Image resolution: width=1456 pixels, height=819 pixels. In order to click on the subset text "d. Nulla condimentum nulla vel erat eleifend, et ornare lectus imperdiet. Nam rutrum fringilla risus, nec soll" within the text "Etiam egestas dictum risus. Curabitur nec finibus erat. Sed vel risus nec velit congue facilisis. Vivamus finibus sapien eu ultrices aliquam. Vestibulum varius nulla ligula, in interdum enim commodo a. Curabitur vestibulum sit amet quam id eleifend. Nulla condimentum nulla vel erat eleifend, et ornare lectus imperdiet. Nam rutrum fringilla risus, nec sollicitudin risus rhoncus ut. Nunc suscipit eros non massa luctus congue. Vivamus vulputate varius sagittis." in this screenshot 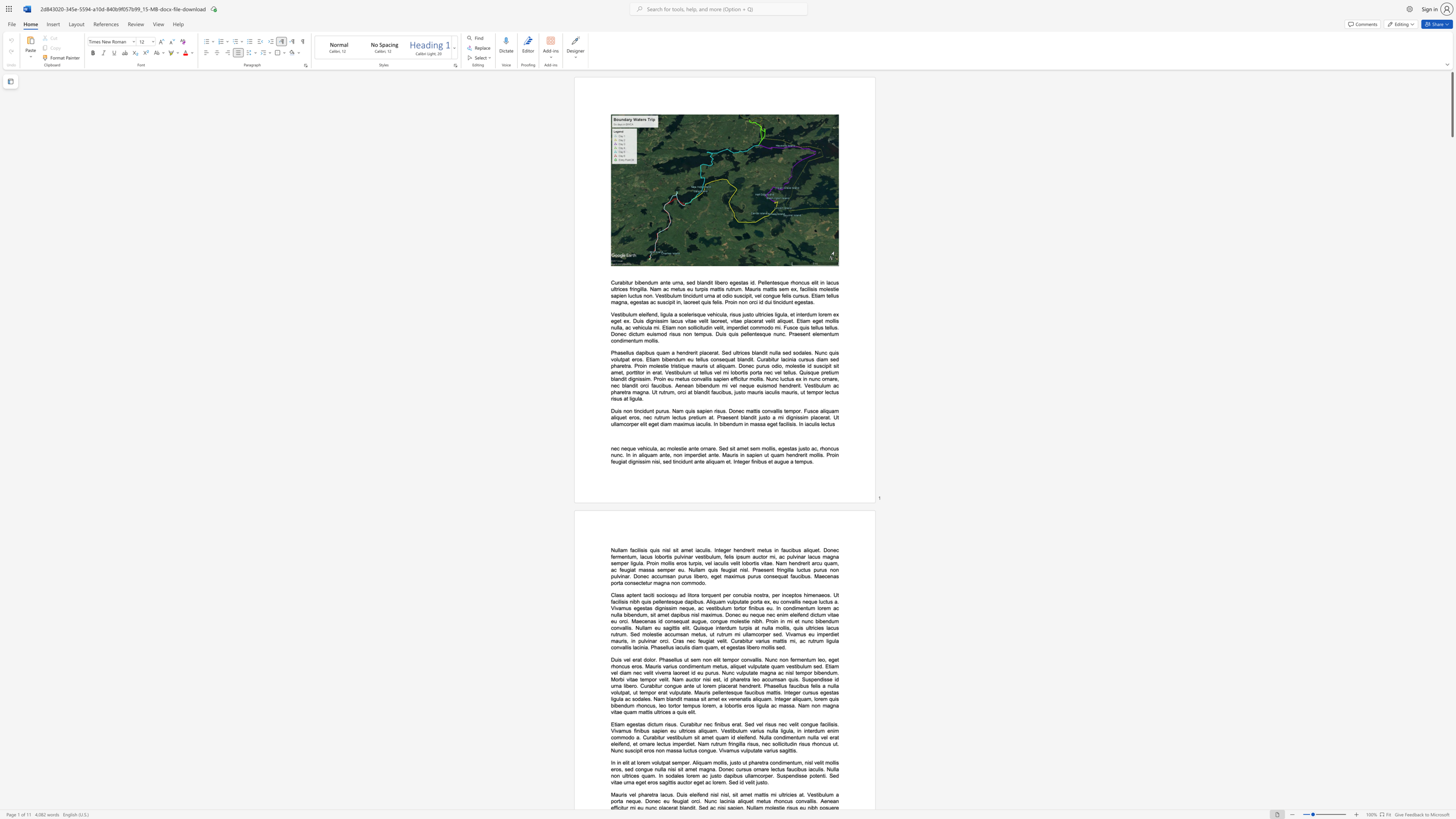, I will do `click(752, 738)`.